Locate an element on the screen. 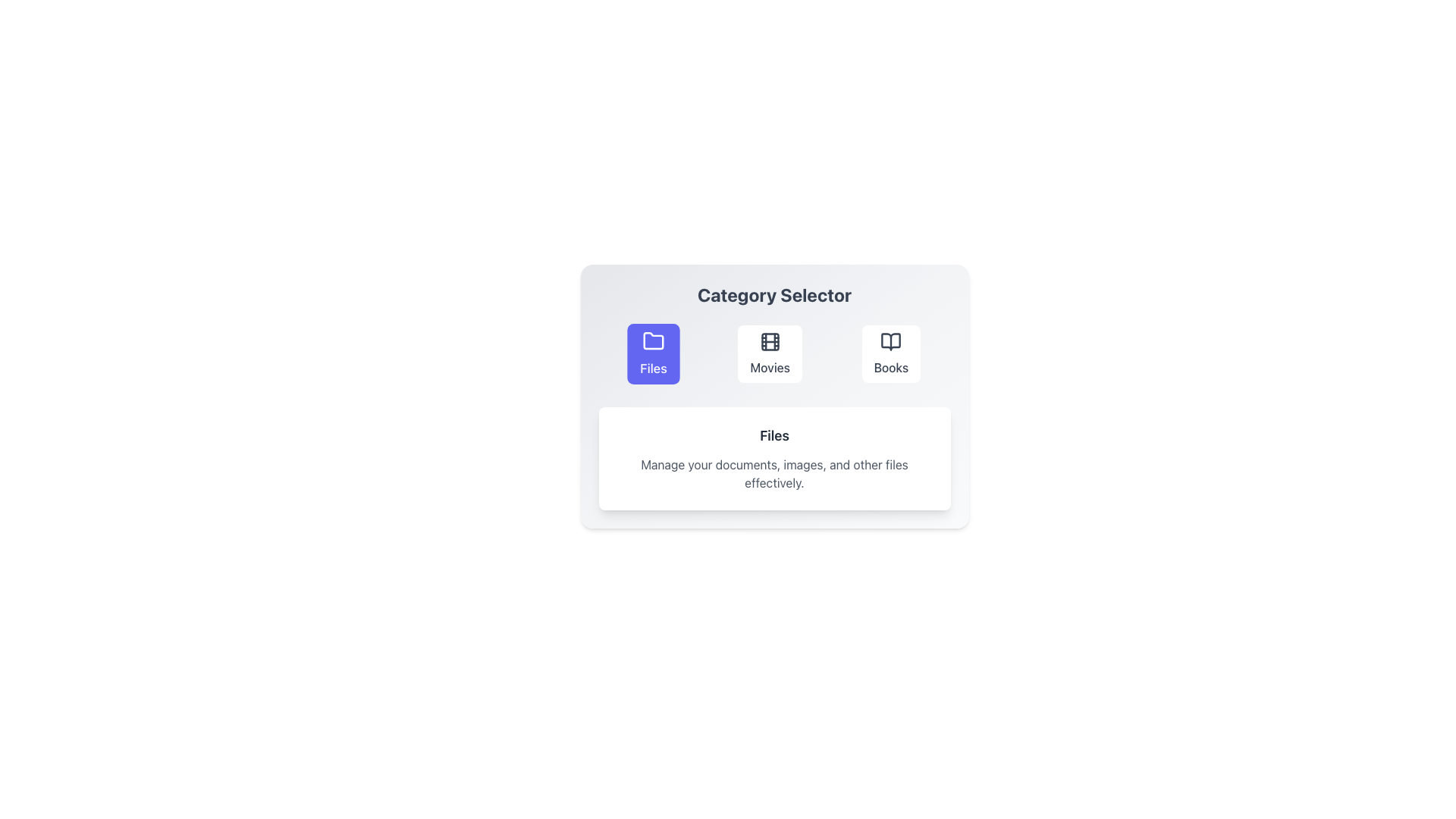 Image resolution: width=1456 pixels, height=819 pixels. the 'Books' category button in the Category Selector section to change its background color is located at coordinates (891, 353).